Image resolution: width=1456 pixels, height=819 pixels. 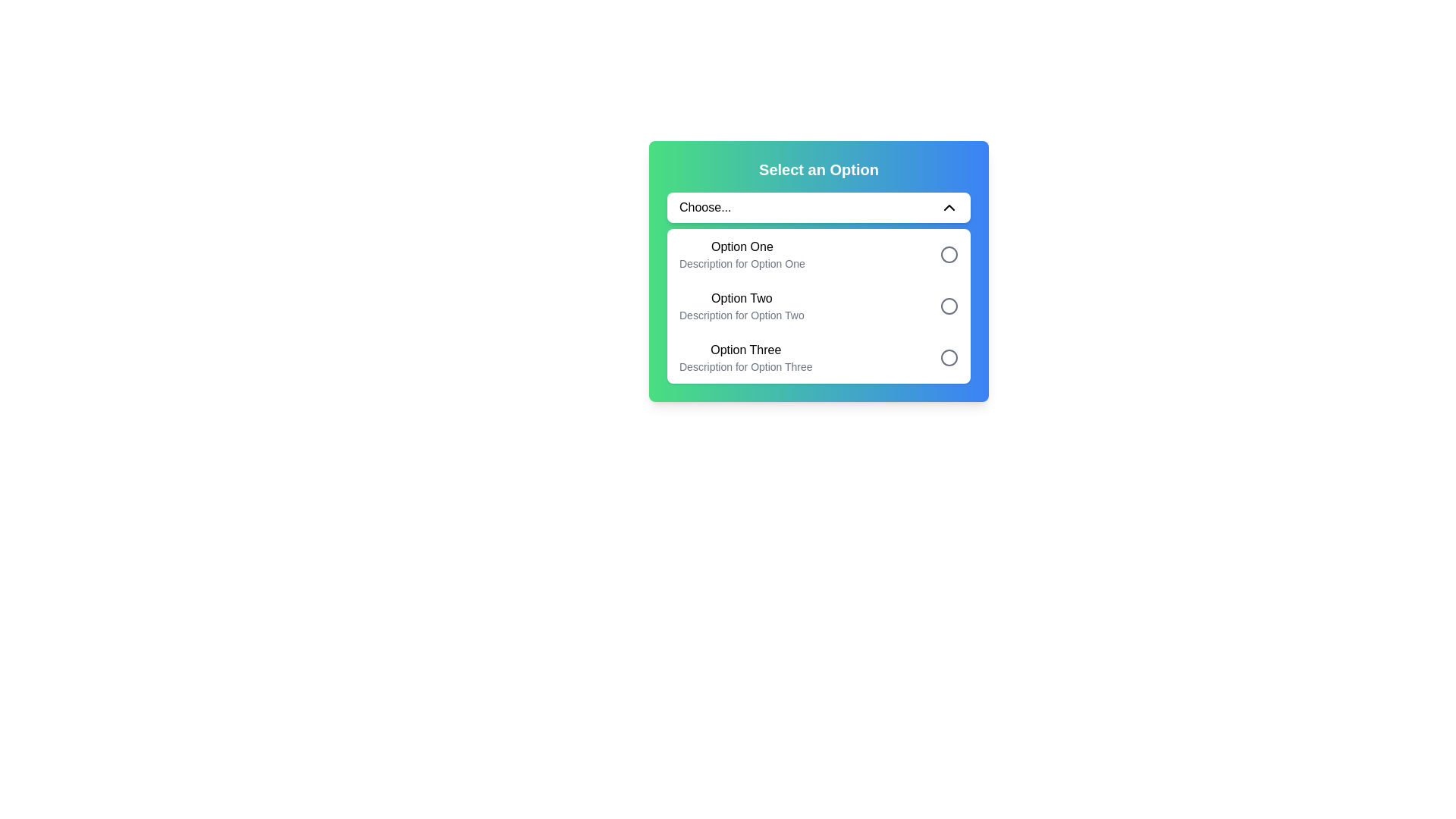 What do you see at coordinates (745, 357) in the screenshot?
I see `the list item displaying 'Option Three'` at bounding box center [745, 357].